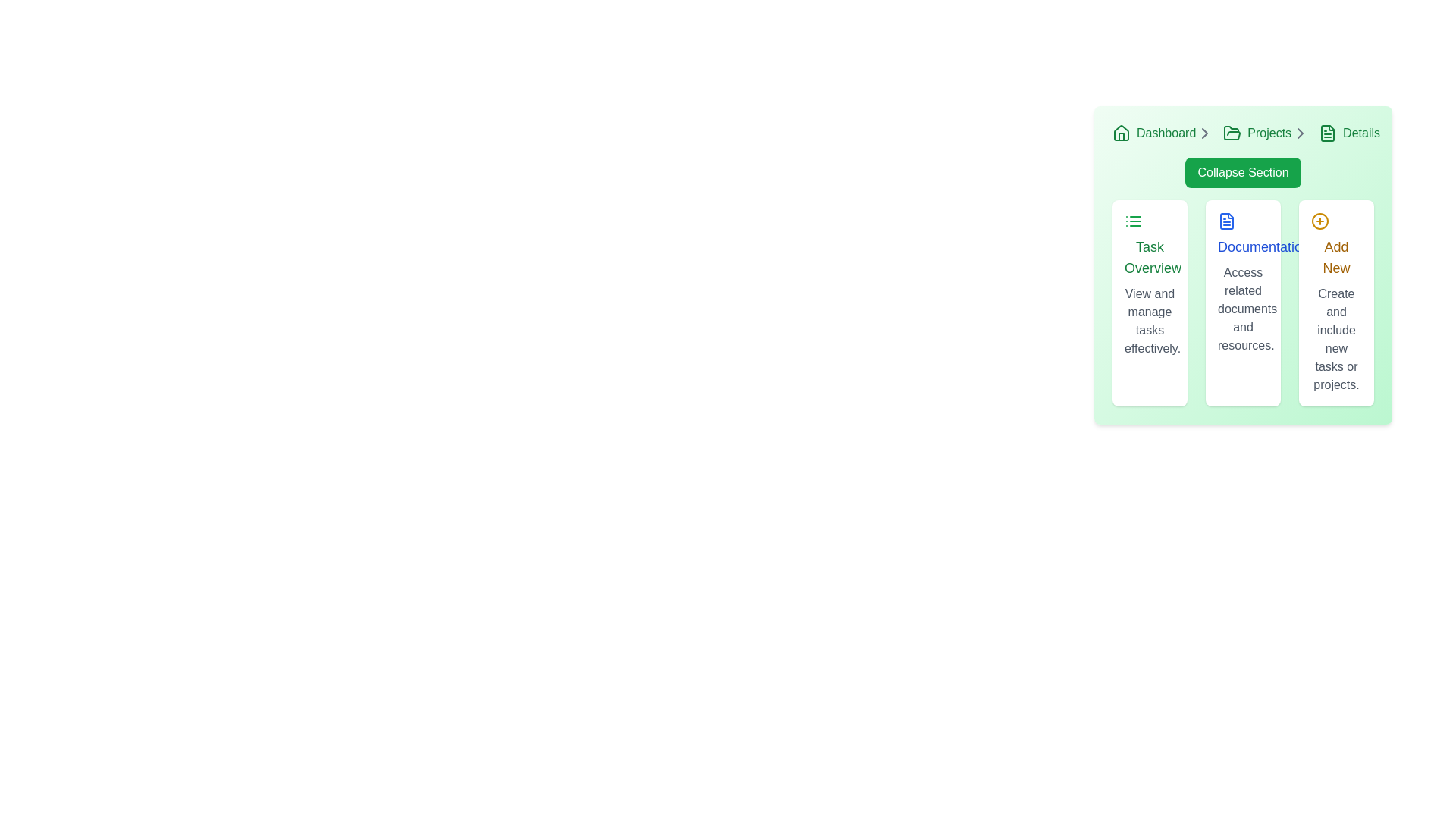  What do you see at coordinates (1163, 133) in the screenshot?
I see `the breadcrumb link that navigates to the 'Dashboard' section of the application` at bounding box center [1163, 133].